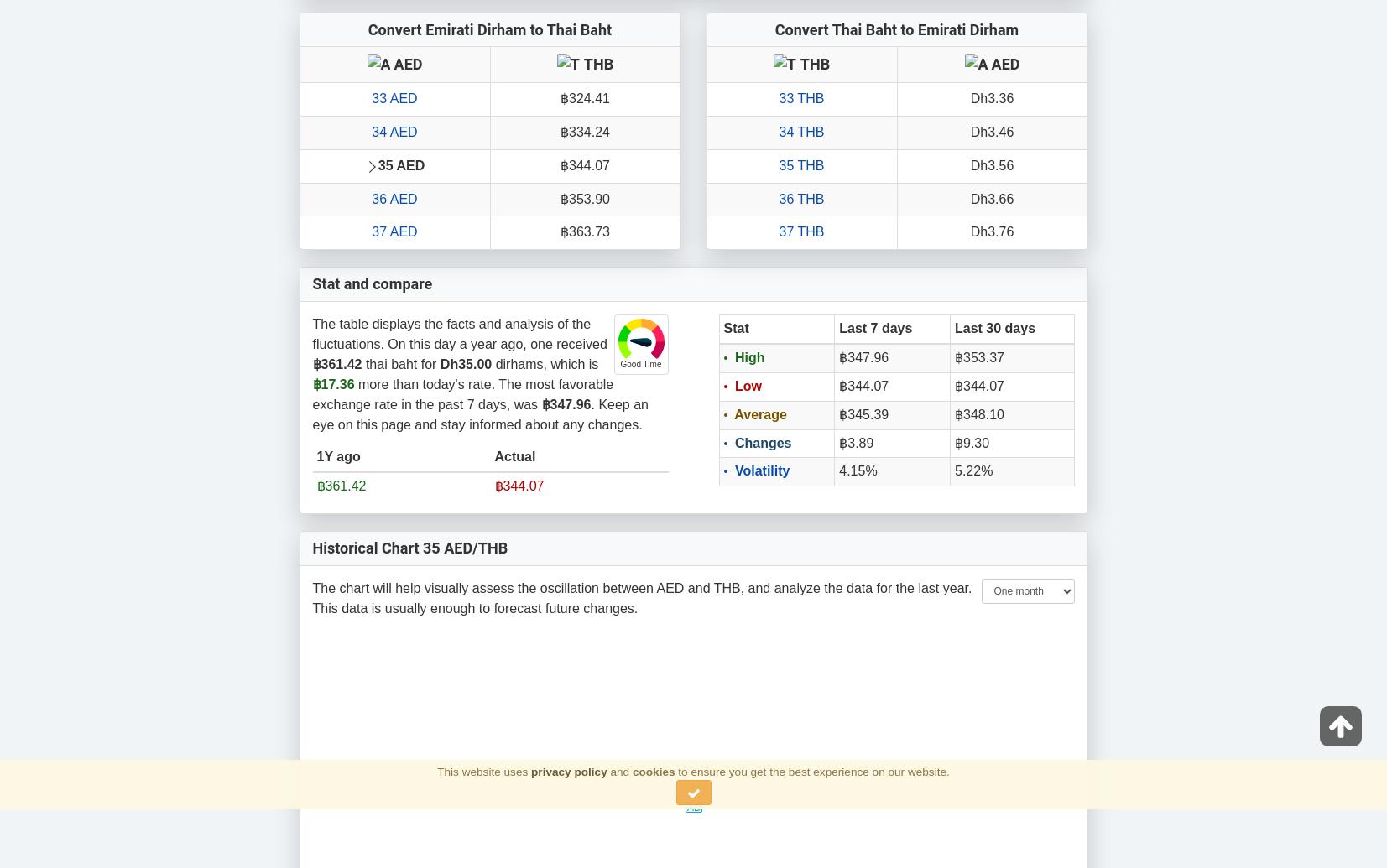 The width and height of the screenshot is (1387, 868). Describe the element at coordinates (969, 131) in the screenshot. I see `'Dh3.46'` at that location.